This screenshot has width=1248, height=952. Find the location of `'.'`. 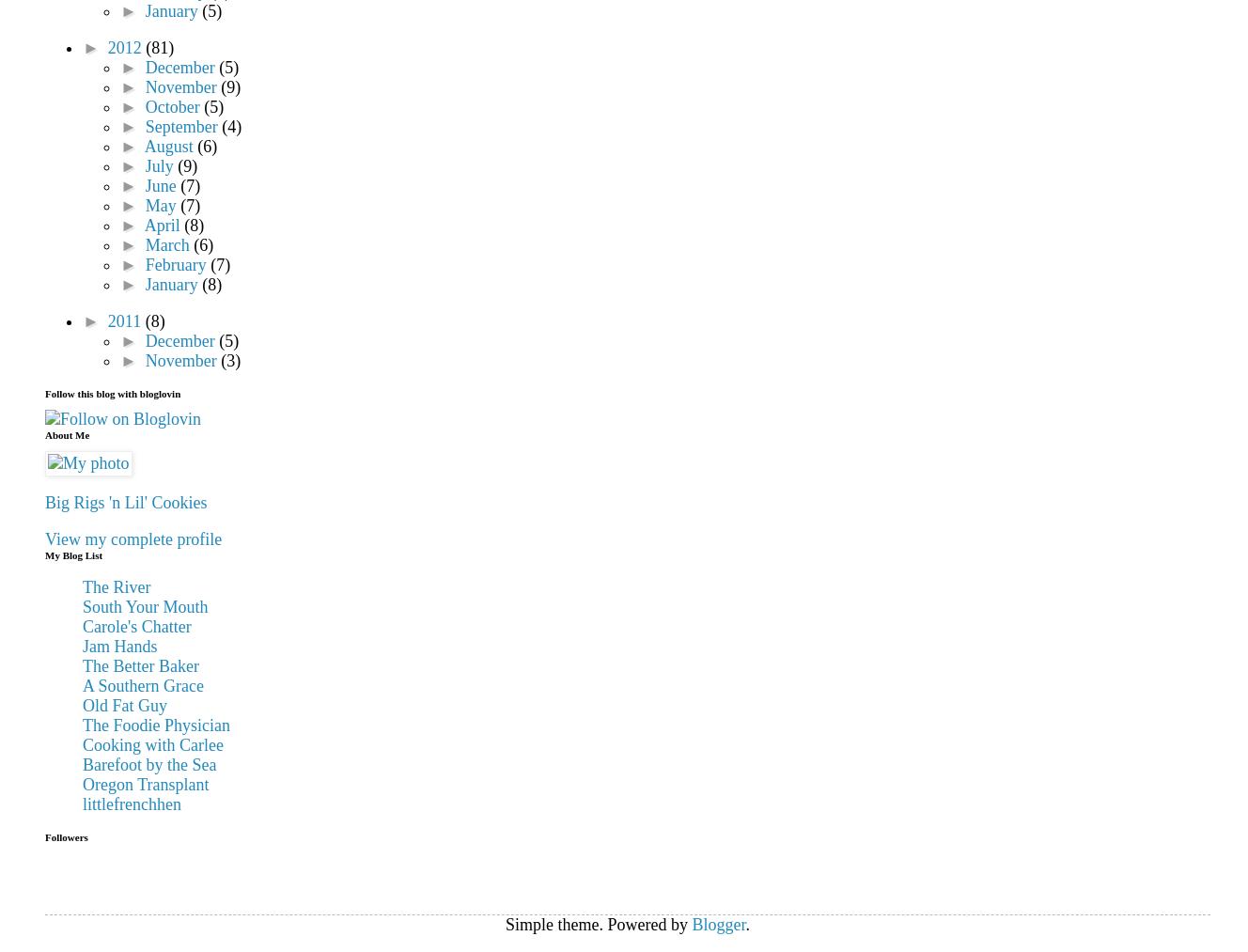

'.' is located at coordinates (745, 925).